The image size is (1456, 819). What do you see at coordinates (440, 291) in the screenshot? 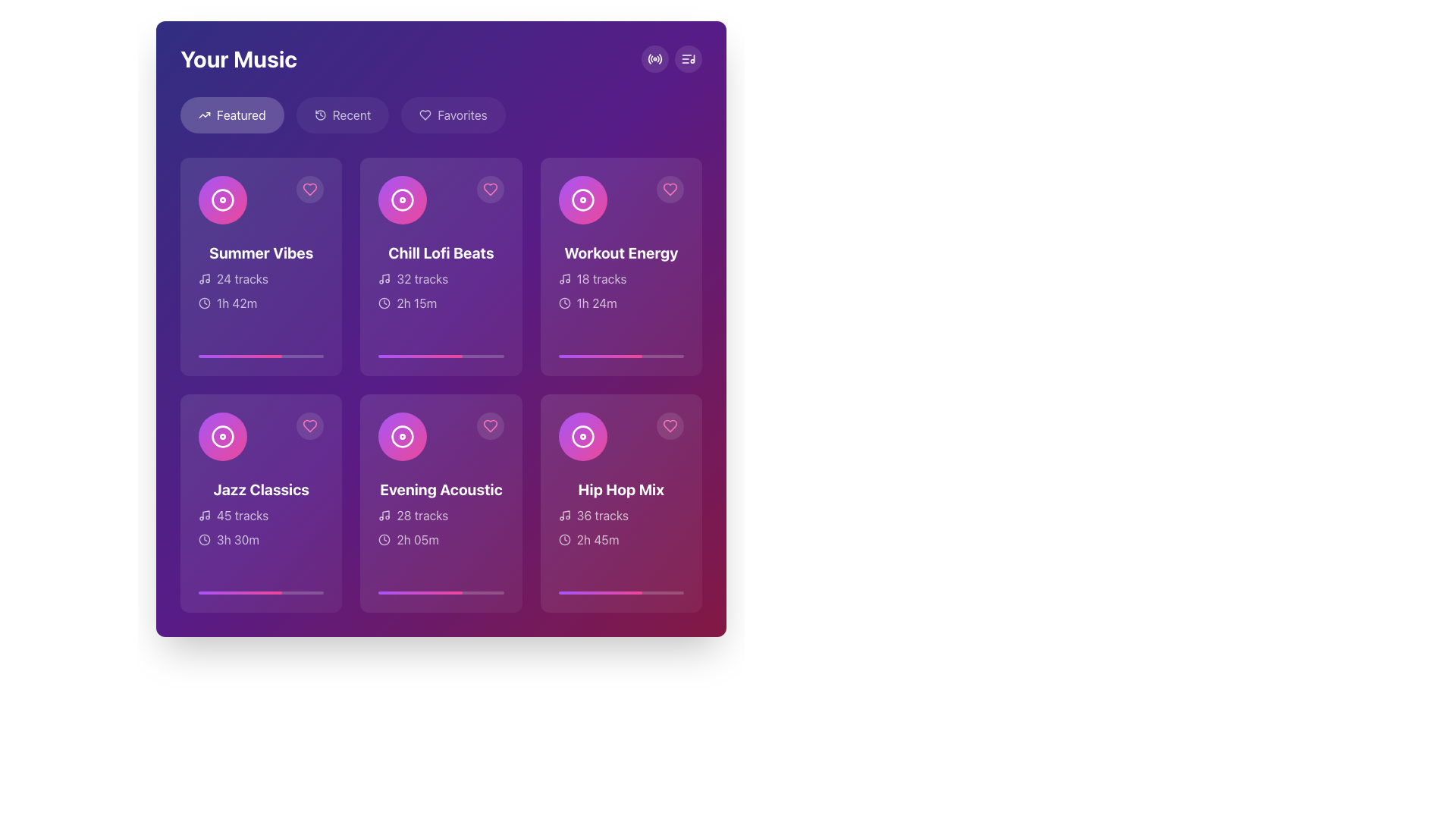
I see `the Information display element showing '32 tracks' and '2h 15m' within the 'Chill Lofi Beats' card` at bounding box center [440, 291].